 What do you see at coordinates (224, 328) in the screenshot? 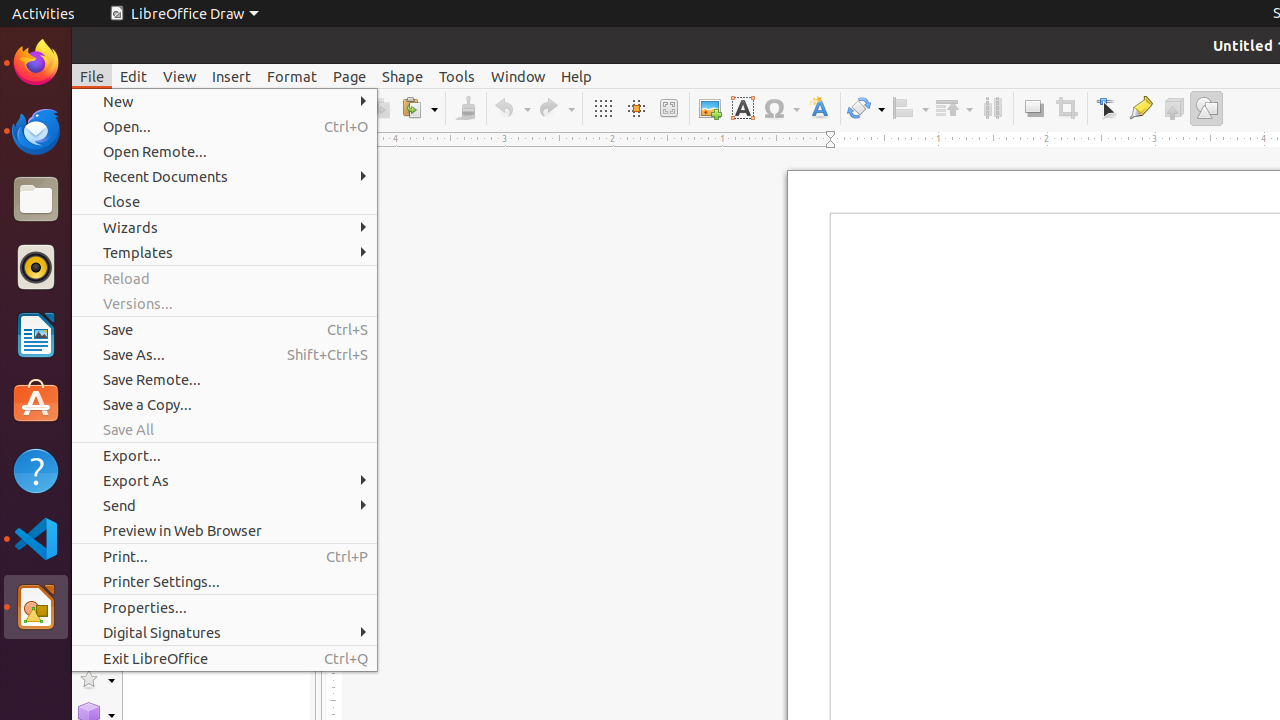
I see `'Save'` at bounding box center [224, 328].